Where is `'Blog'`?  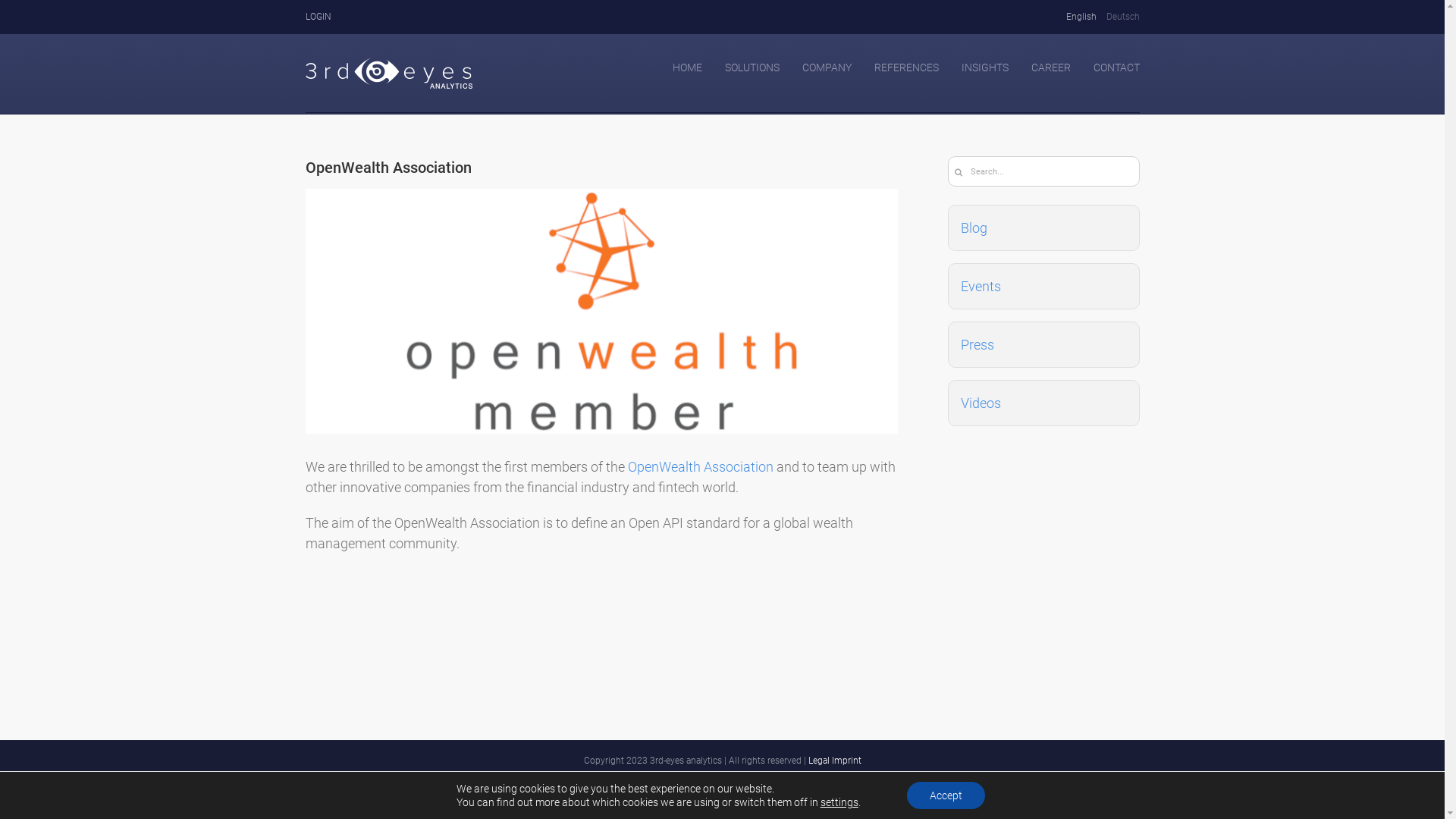
'Blog' is located at coordinates (973, 227).